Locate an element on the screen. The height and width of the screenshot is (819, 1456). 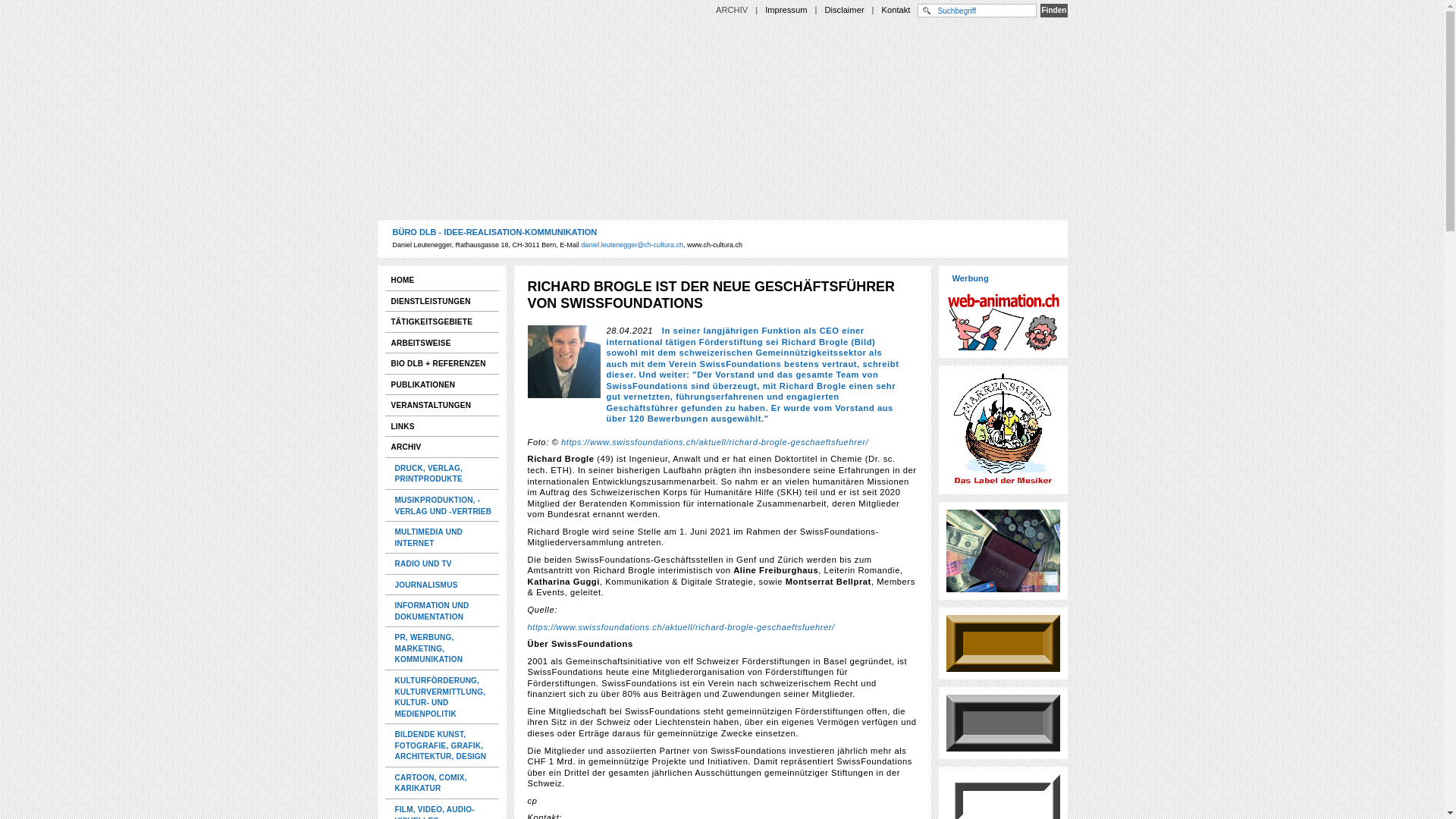
'daniel.leutenegger@ch-cultura.ch' is located at coordinates (580, 244).